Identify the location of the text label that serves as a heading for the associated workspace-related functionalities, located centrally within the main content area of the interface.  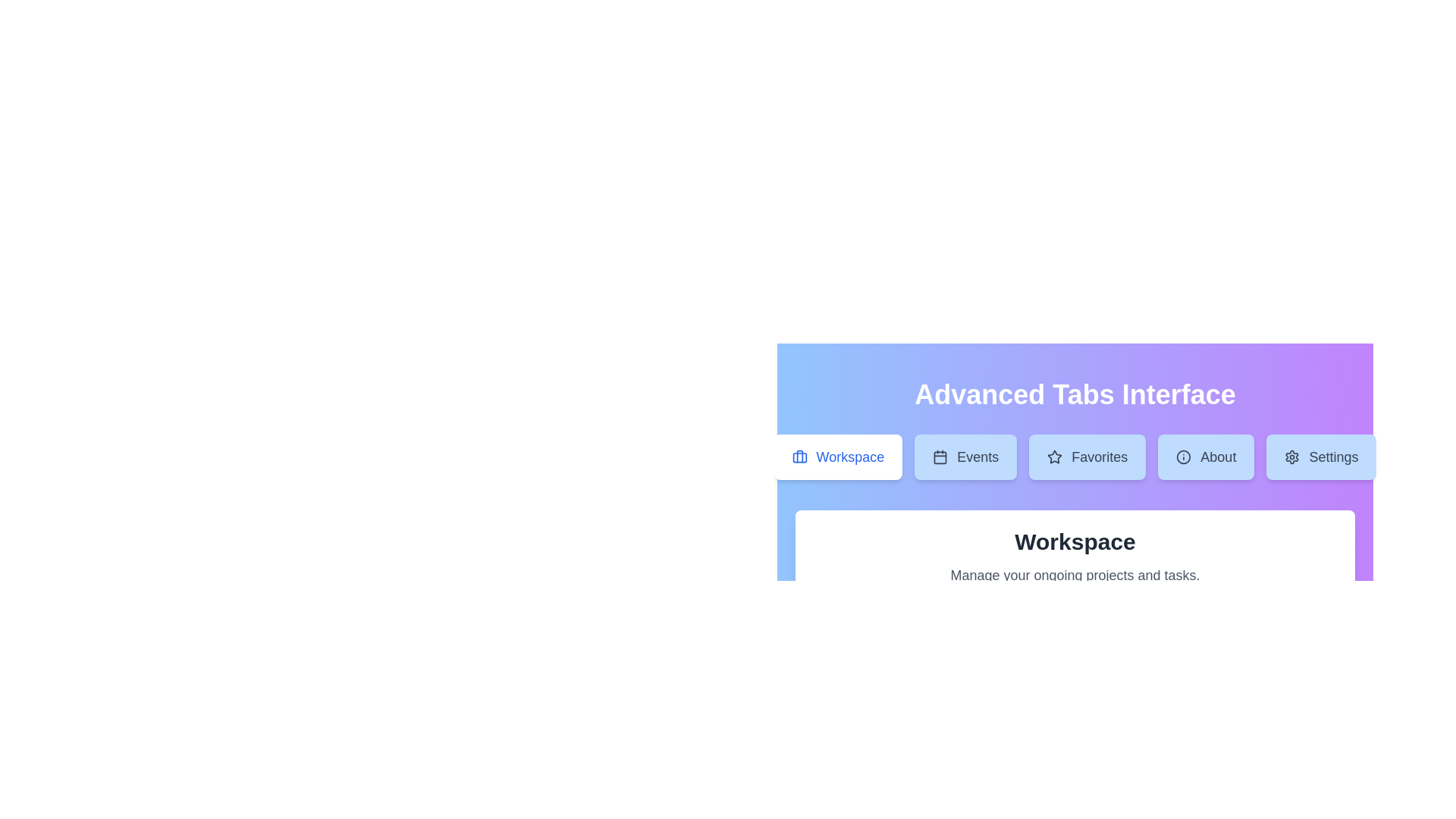
(1074, 541).